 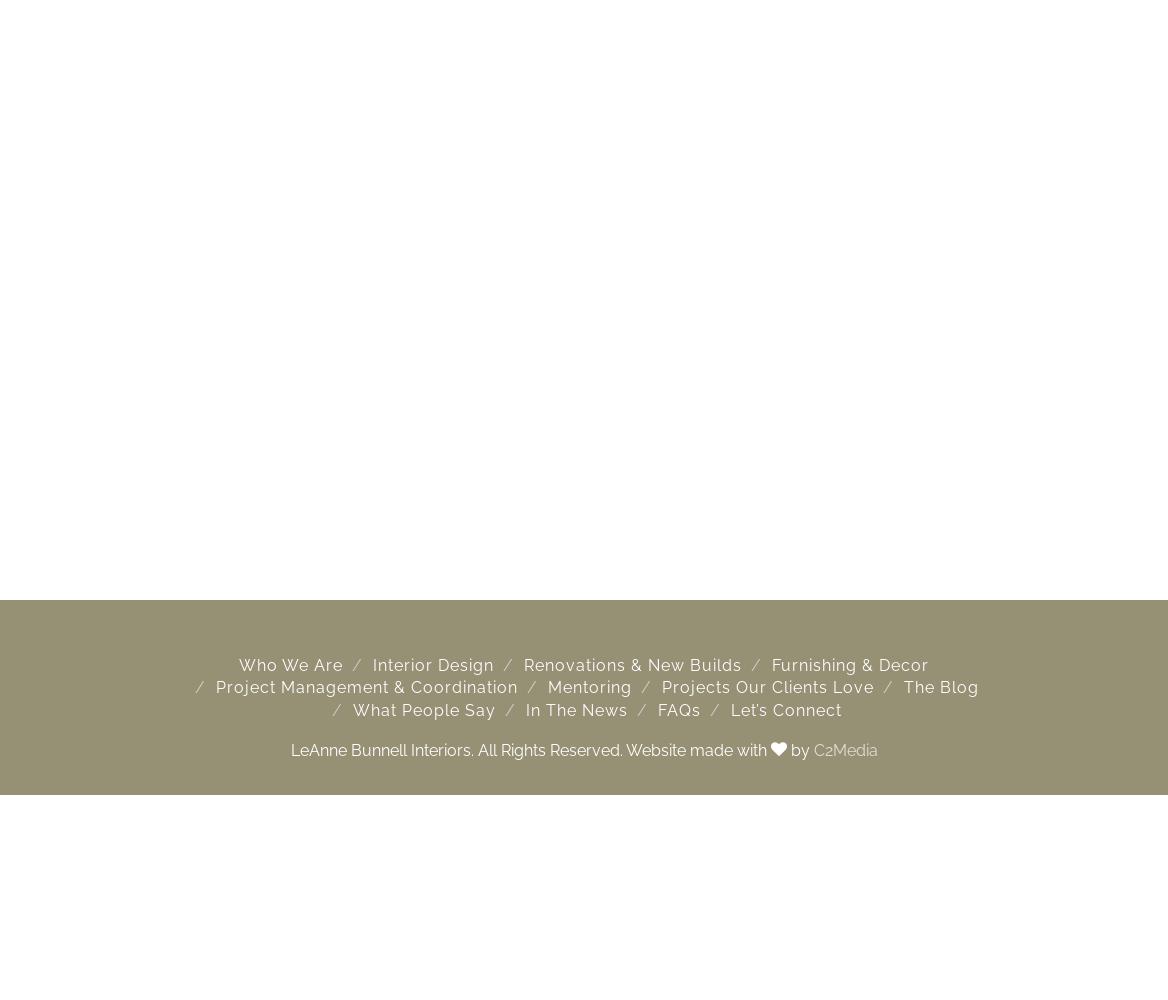 What do you see at coordinates (677, 708) in the screenshot?
I see `'FAQs'` at bounding box center [677, 708].